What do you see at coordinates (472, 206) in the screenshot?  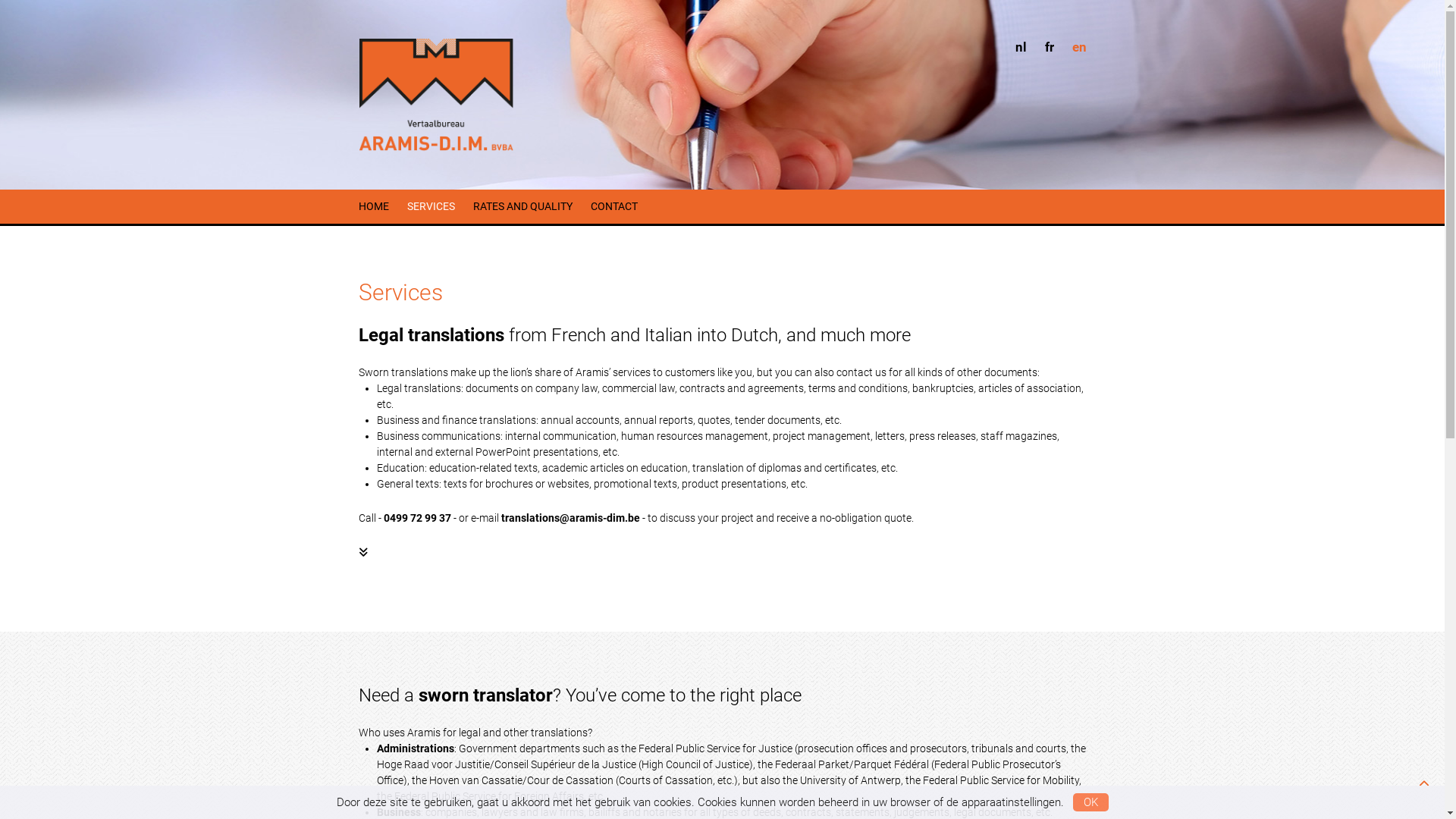 I see `'RATES AND QUALITY'` at bounding box center [472, 206].